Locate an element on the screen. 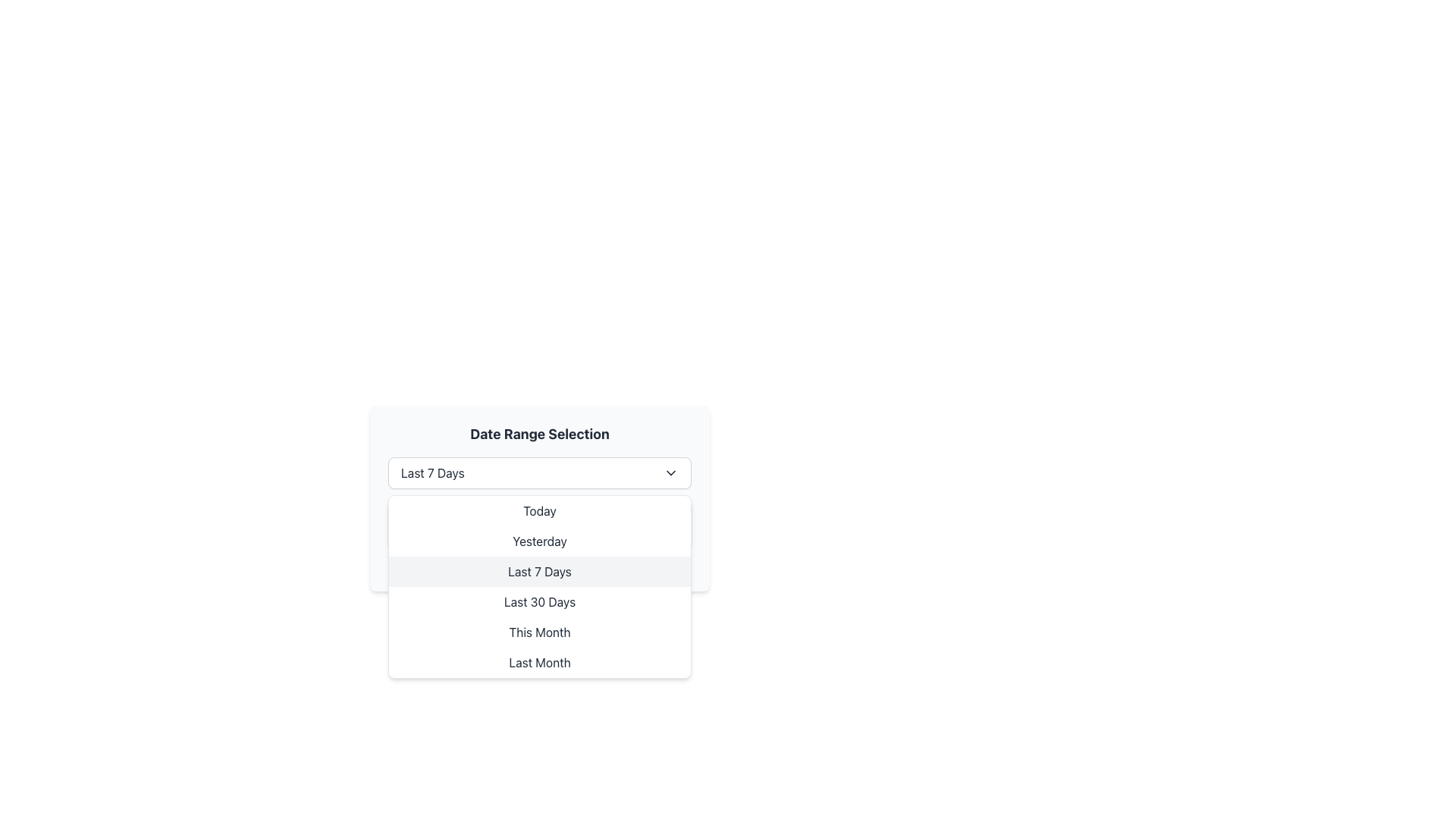 This screenshot has width=1456, height=819. the third option in the dropdown menu is located at coordinates (539, 571).